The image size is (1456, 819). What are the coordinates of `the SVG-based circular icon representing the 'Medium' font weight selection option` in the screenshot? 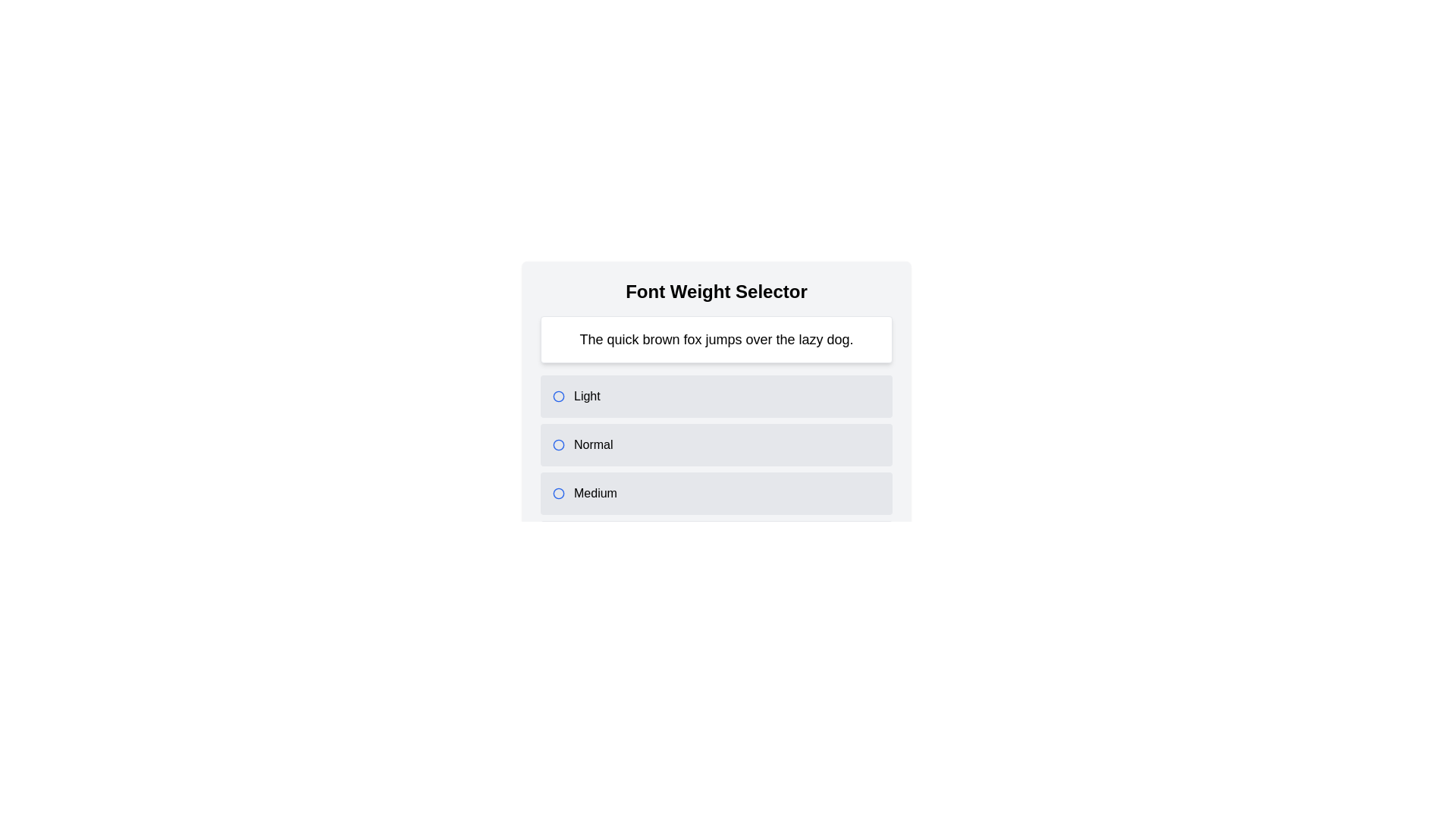 It's located at (558, 494).